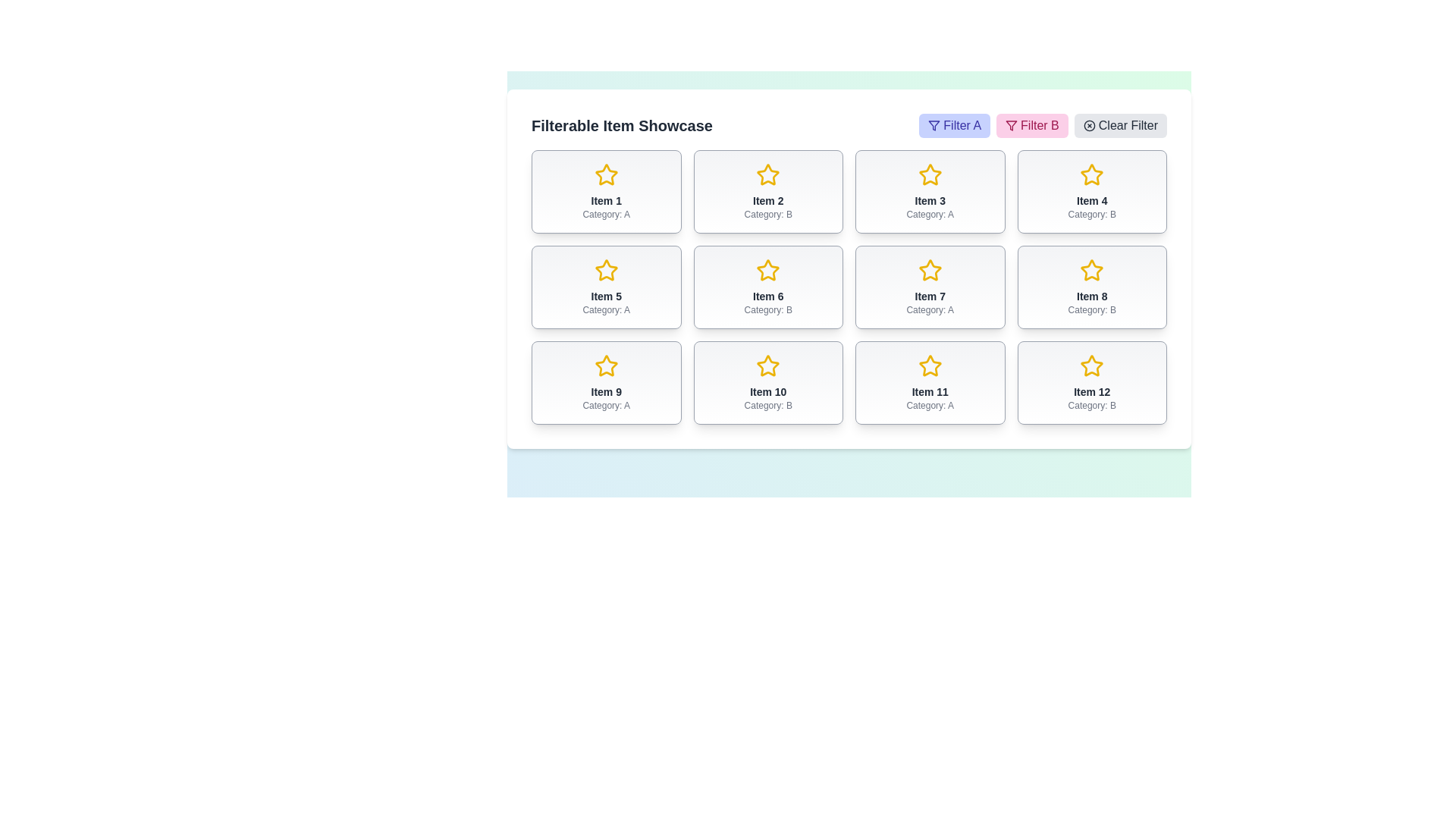 Image resolution: width=1456 pixels, height=819 pixels. Describe the element at coordinates (622, 124) in the screenshot. I see `the header text labeled 'Filterable Item Showcase', which is styled with a large and bold dark gray font` at that location.